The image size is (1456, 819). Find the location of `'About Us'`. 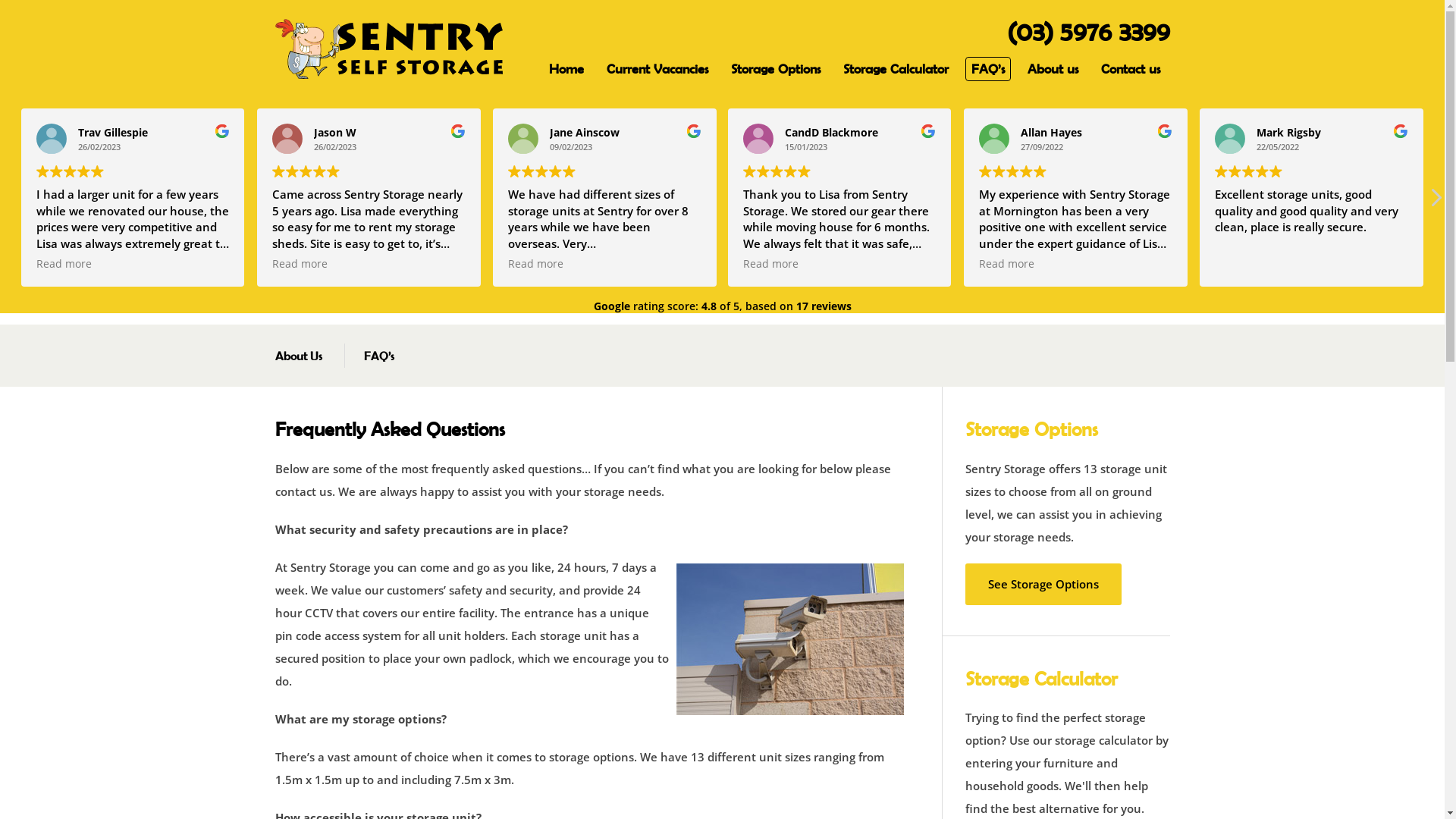

'About Us' is located at coordinates (298, 356).